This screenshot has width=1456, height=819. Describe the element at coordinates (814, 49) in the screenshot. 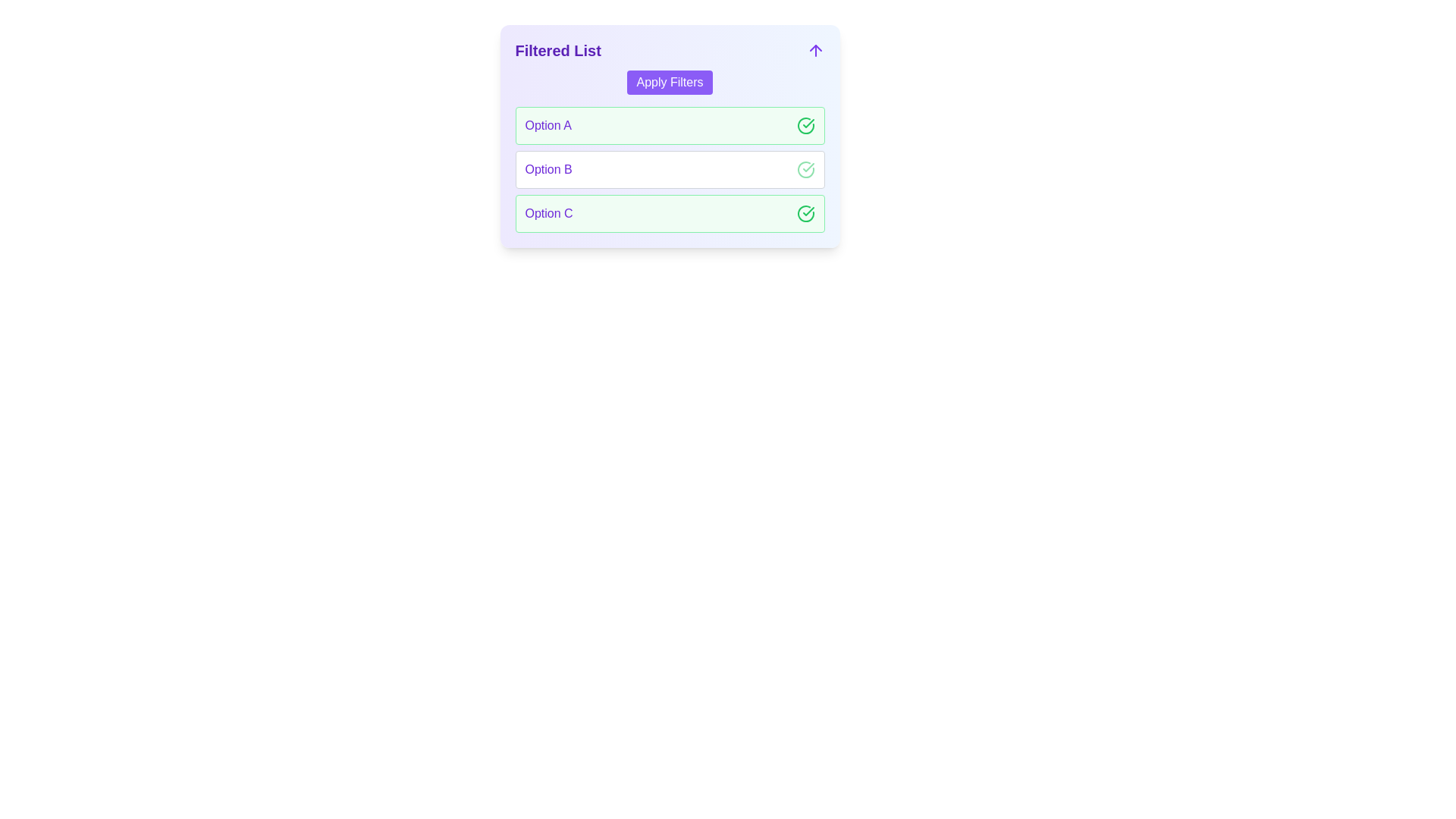

I see `the arrow button to toggle the filter section visibility` at that location.